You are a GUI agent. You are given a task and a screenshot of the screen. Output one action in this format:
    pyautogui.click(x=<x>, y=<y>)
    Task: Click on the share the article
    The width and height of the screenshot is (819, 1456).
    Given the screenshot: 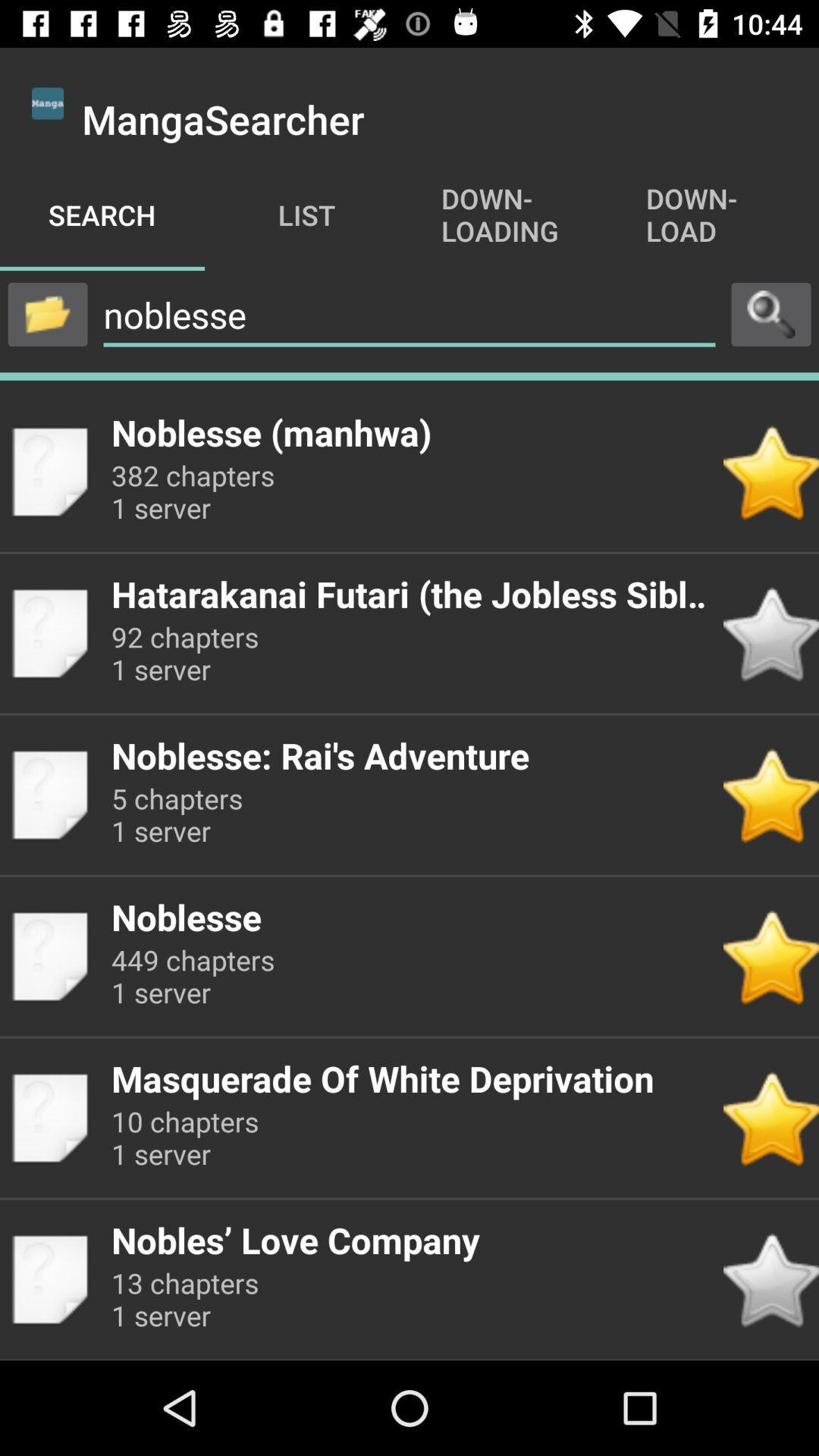 What is the action you would take?
    pyautogui.click(x=46, y=313)
    